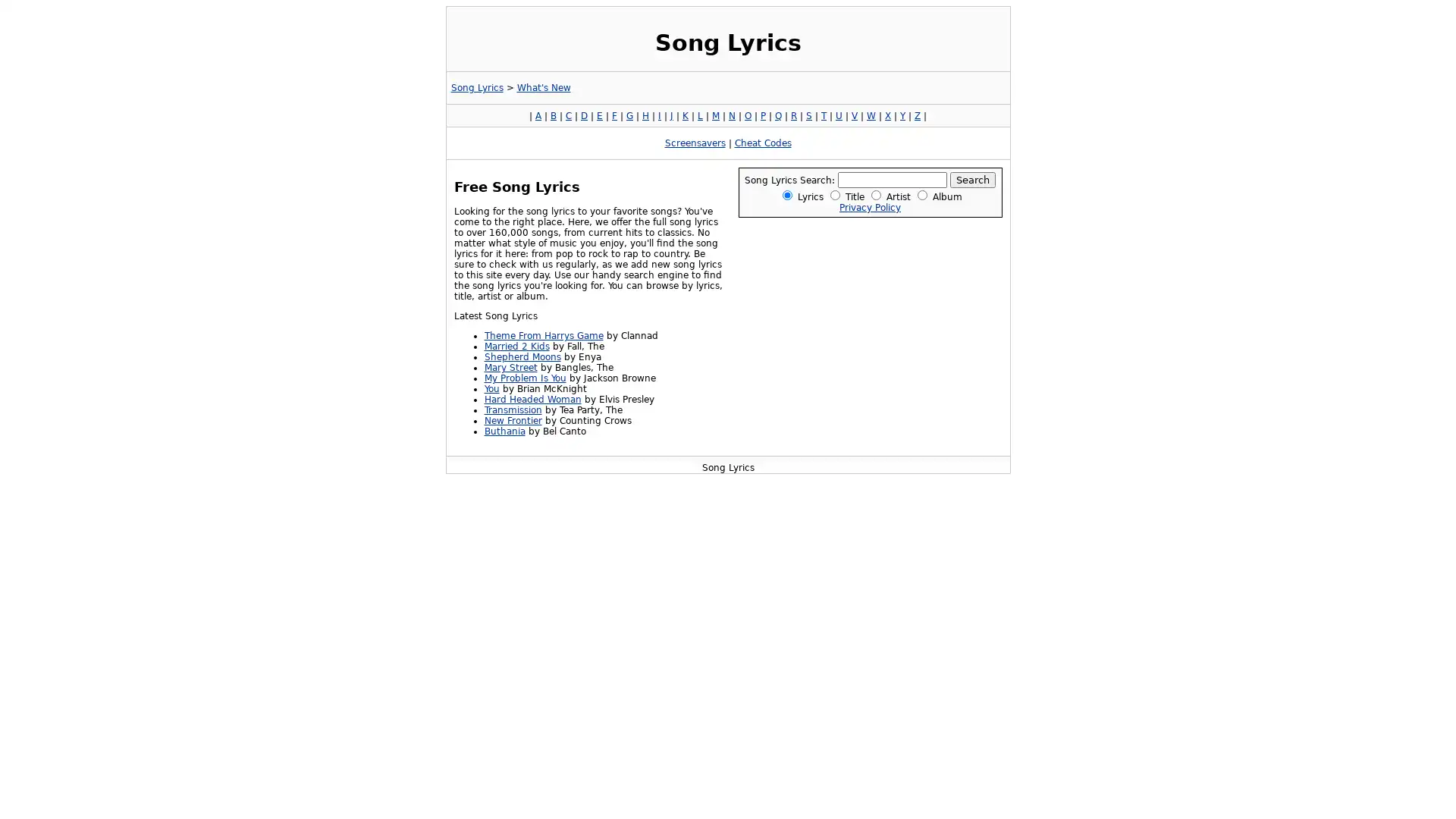 Image resolution: width=1456 pixels, height=819 pixels. What do you see at coordinates (972, 179) in the screenshot?
I see `Search` at bounding box center [972, 179].